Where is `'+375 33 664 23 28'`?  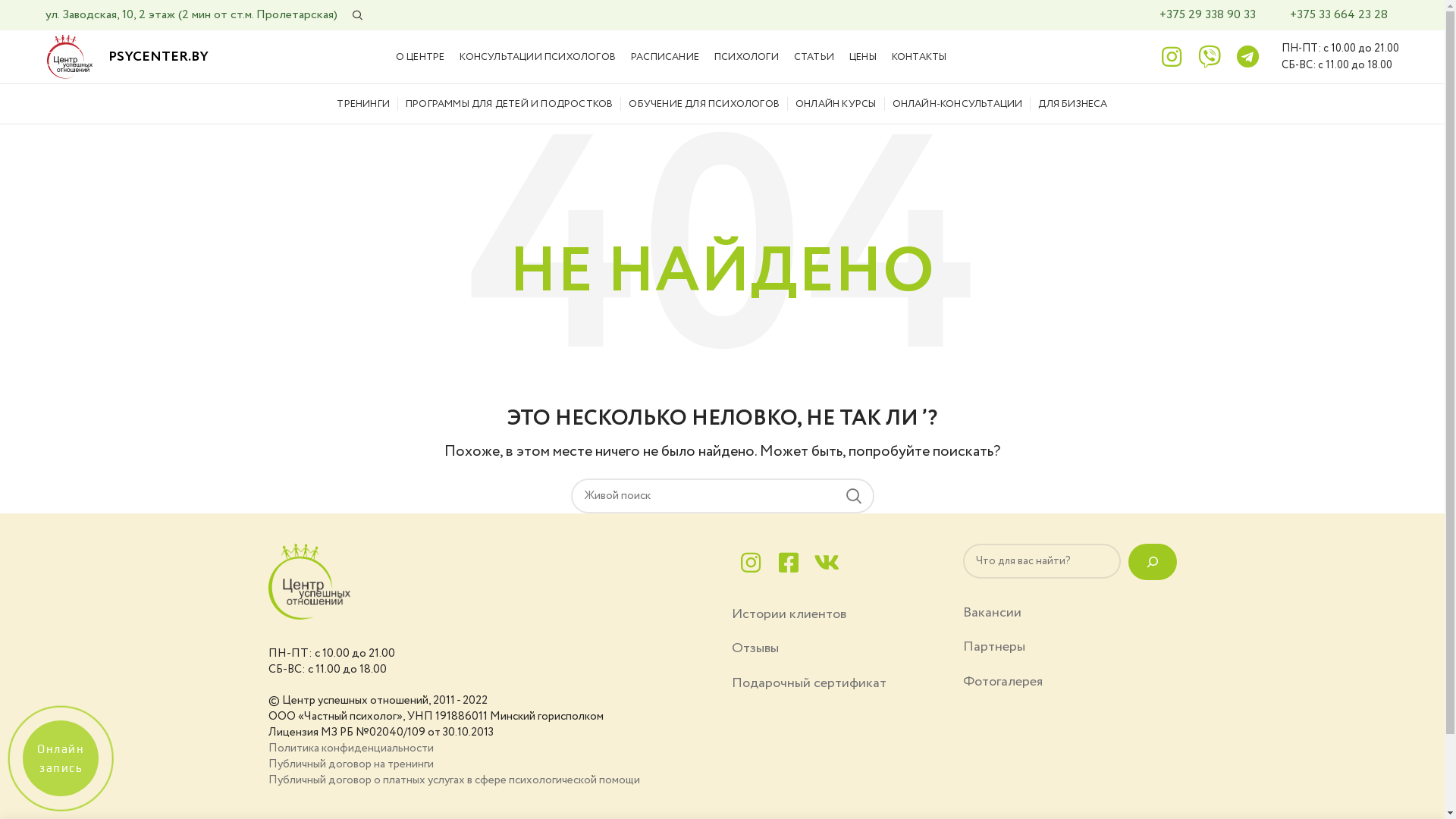 '+375 33 664 23 28' is located at coordinates (1338, 14).